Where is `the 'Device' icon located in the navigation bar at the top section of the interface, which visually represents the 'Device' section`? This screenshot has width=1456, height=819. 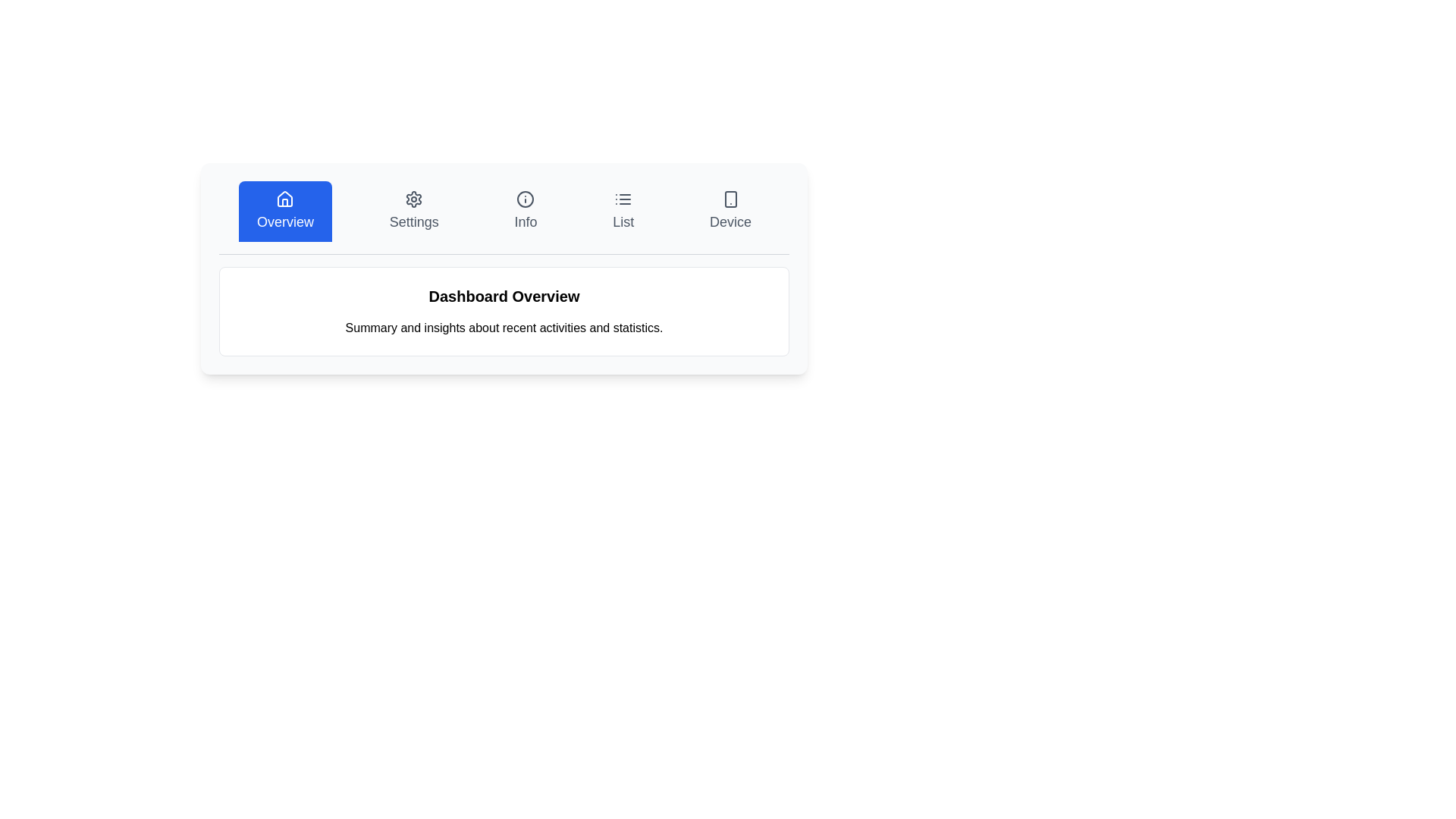
the 'Device' icon located in the navigation bar at the top section of the interface, which visually represents the 'Device' section is located at coordinates (730, 198).